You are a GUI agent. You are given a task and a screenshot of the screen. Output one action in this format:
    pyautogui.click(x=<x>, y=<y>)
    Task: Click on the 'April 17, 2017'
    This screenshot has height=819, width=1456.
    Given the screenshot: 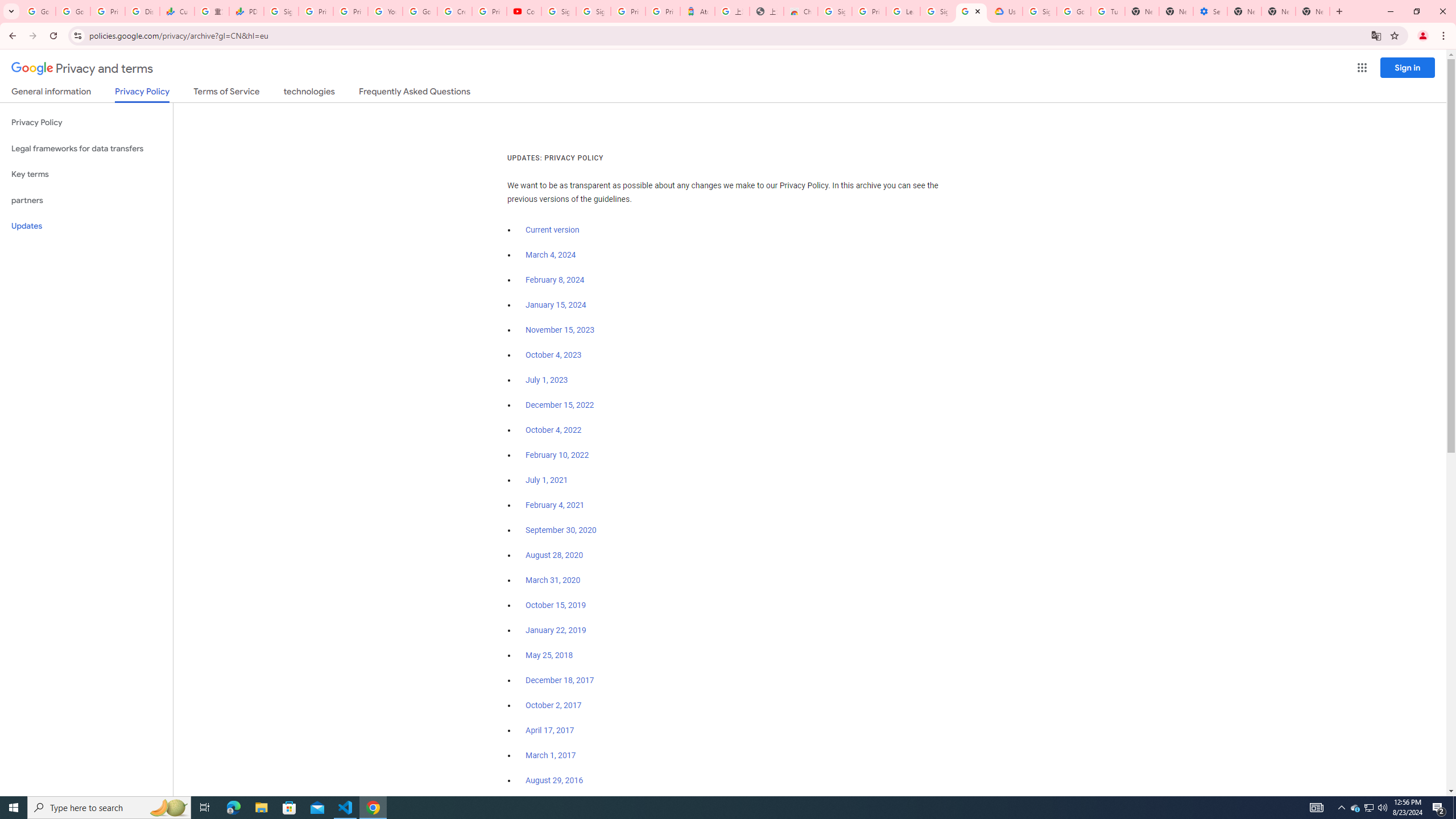 What is the action you would take?
    pyautogui.click(x=549, y=729)
    